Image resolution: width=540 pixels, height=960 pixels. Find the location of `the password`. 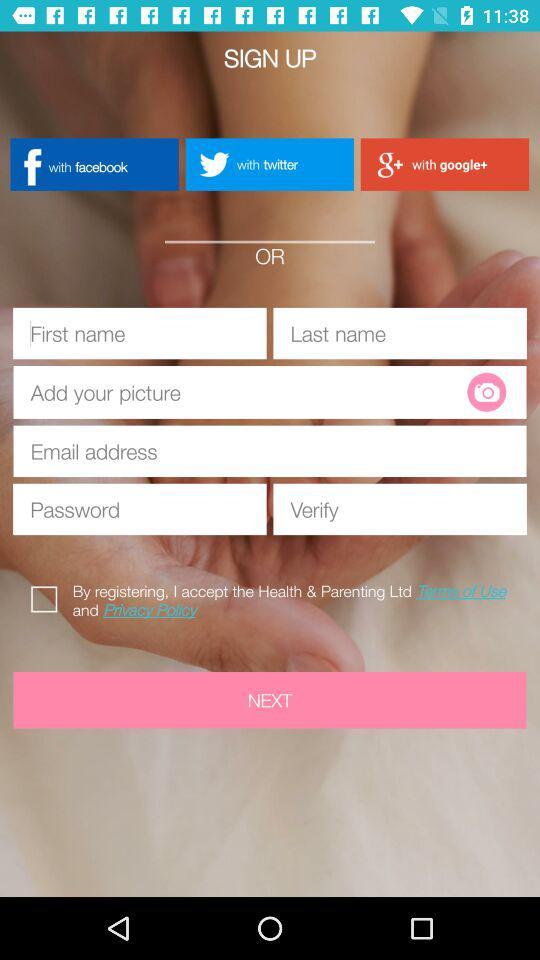

the password is located at coordinates (138, 508).